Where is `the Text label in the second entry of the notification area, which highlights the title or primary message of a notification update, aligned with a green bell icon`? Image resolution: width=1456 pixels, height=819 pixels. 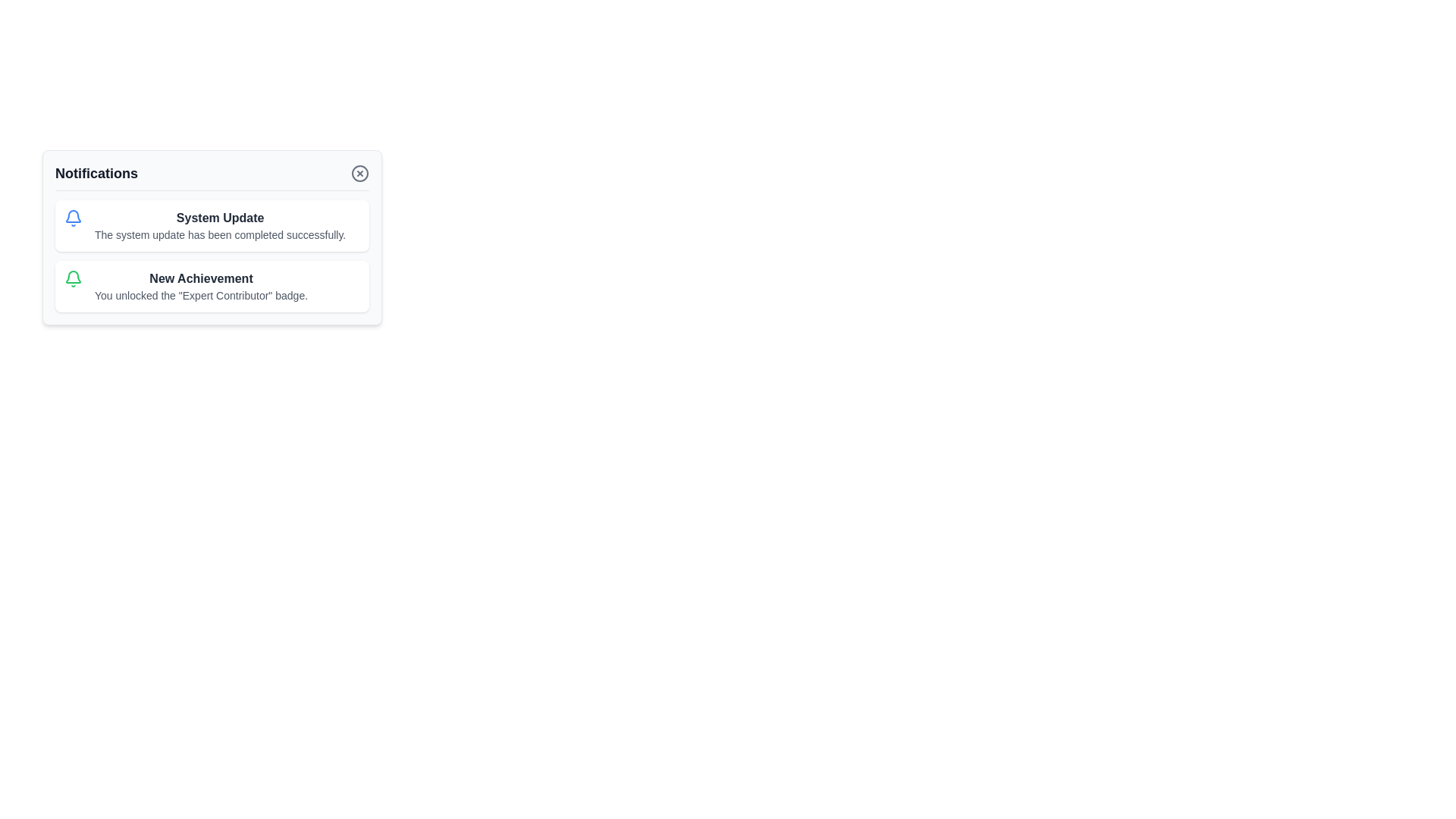
the Text label in the second entry of the notification area, which highlights the title or primary message of a notification update, aligned with a green bell icon is located at coordinates (200, 278).